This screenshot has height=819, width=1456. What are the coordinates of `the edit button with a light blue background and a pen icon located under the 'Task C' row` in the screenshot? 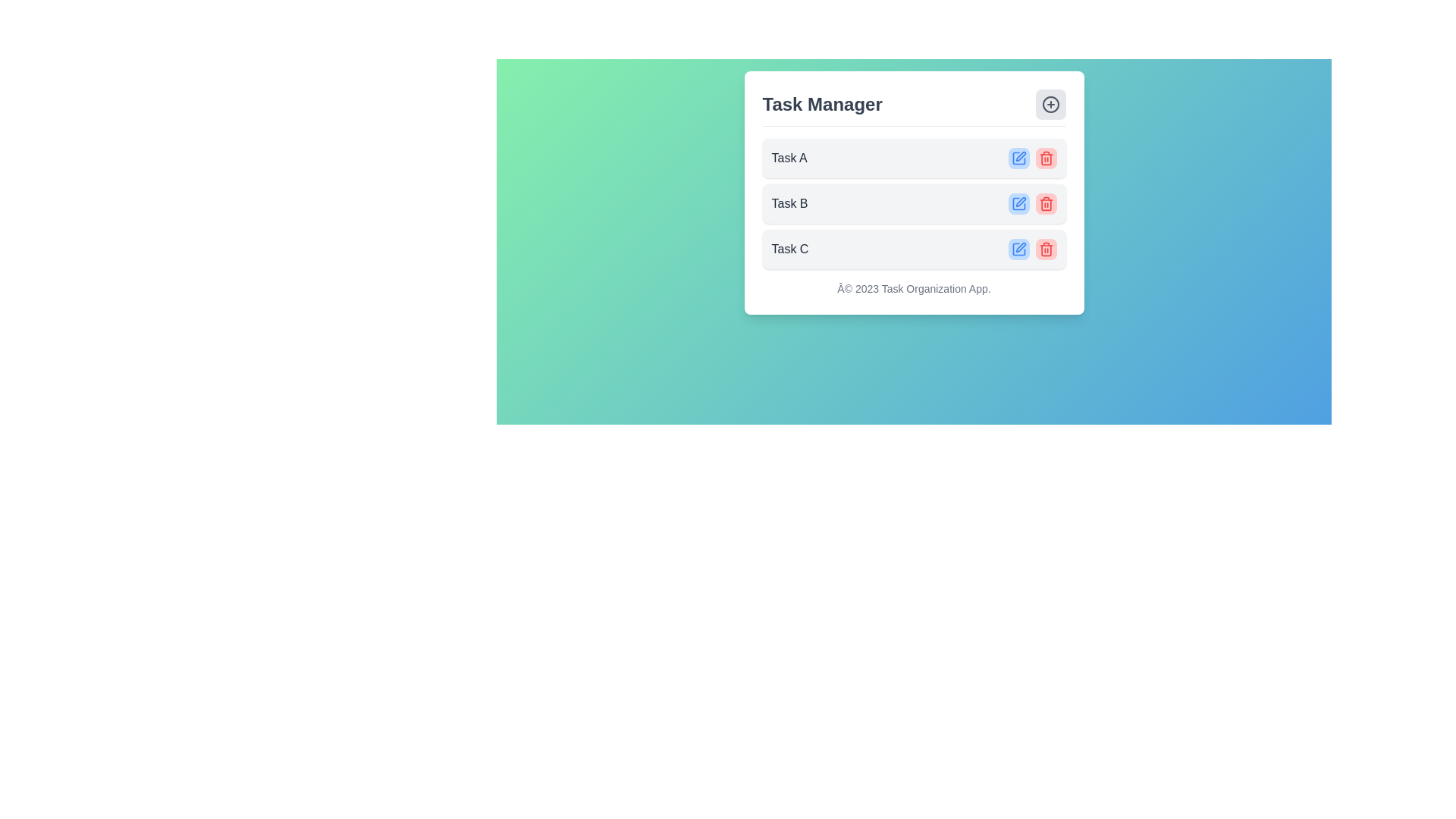 It's located at (1018, 248).